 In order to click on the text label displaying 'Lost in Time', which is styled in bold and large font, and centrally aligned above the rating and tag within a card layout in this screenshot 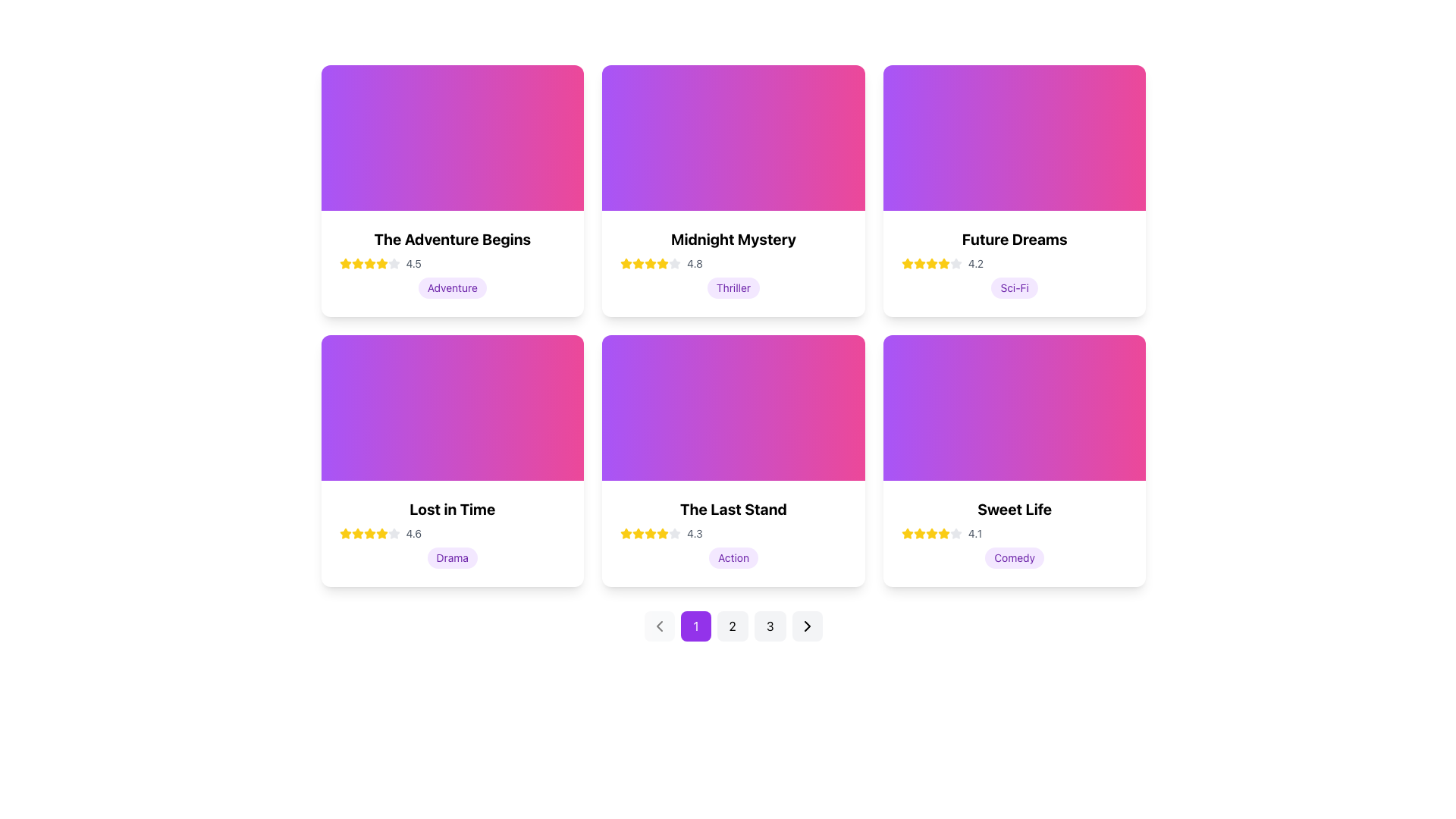, I will do `click(451, 509)`.